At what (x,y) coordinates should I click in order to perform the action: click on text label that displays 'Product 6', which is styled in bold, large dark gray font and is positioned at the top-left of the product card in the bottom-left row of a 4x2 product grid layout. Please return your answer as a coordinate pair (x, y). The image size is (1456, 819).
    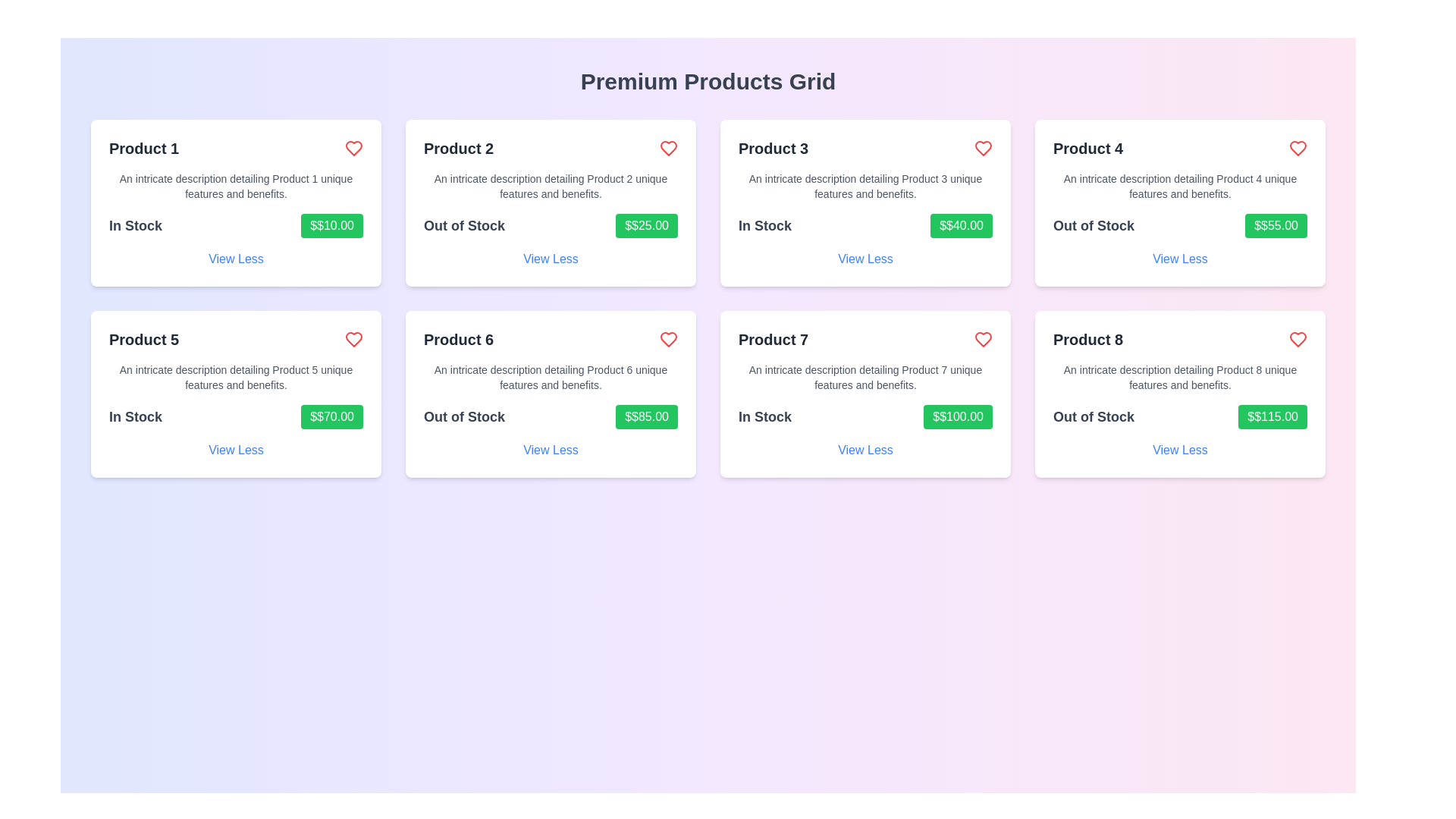
    Looking at the image, I should click on (458, 338).